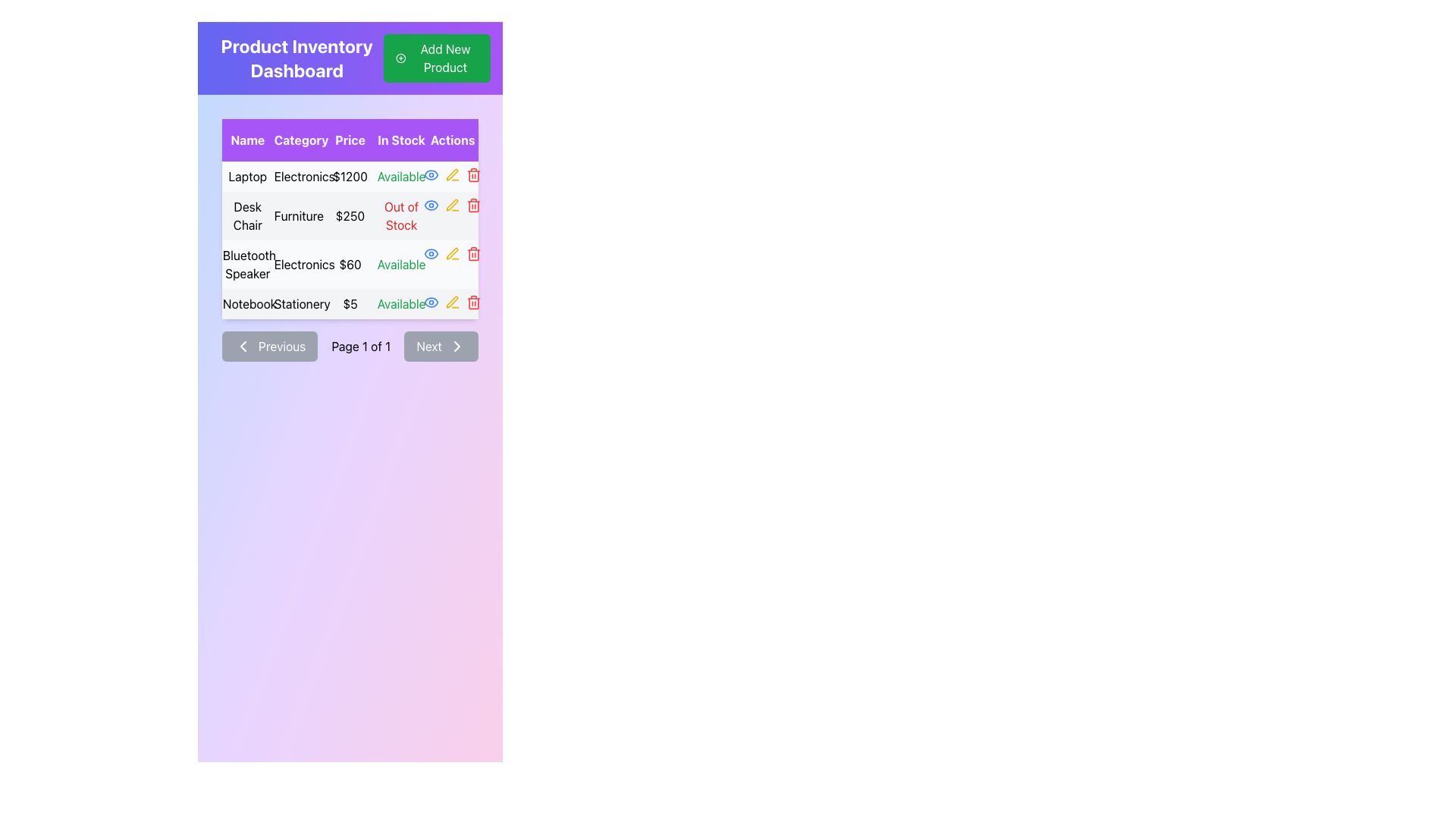 This screenshot has height=819, width=1456. Describe the element at coordinates (431, 174) in the screenshot. I see `the eye icon in the actions column of the Desk Chair product entry in the inventory table` at that location.